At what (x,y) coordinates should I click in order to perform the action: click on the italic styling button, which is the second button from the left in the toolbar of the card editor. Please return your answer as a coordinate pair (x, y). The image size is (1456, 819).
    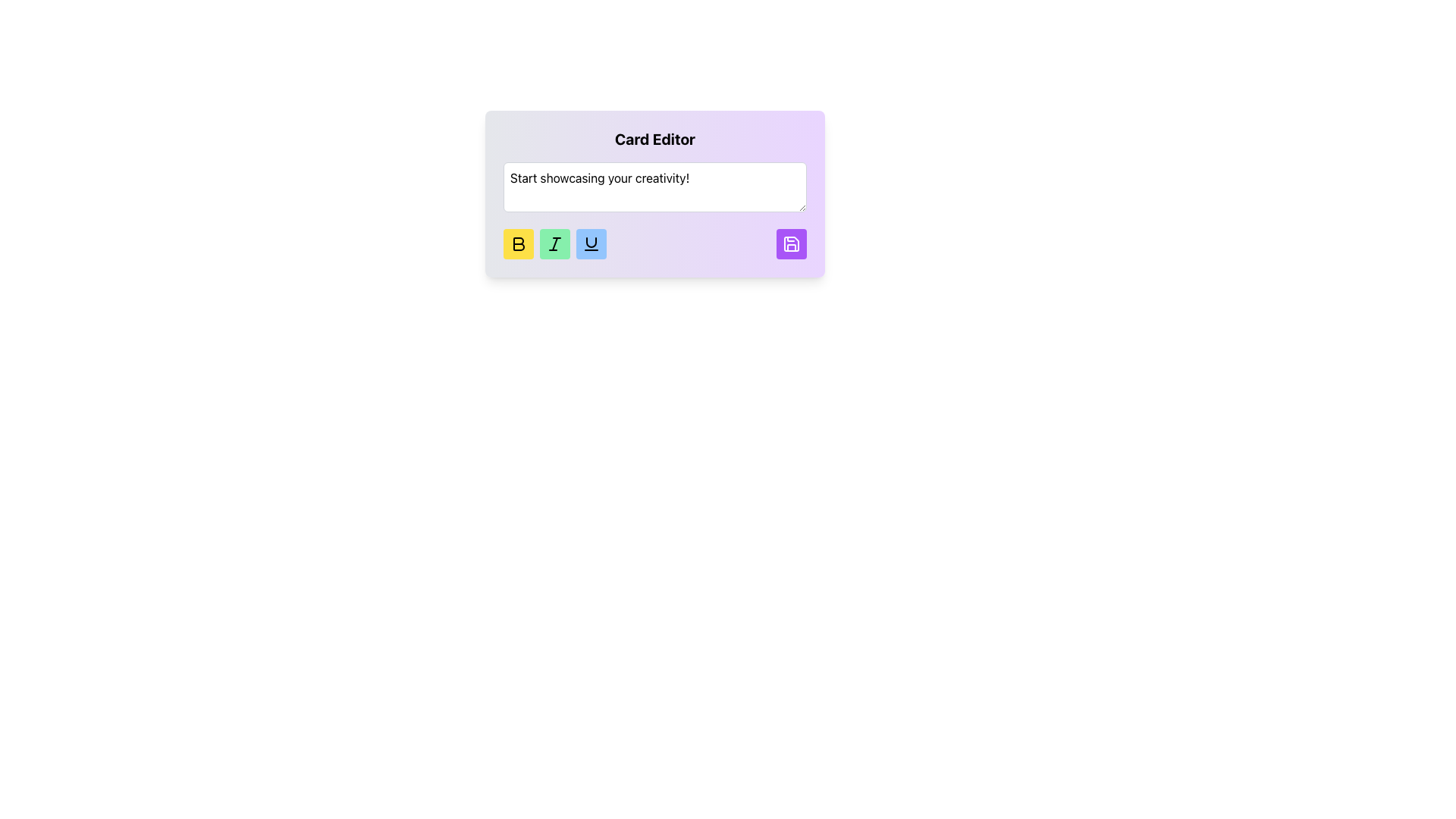
    Looking at the image, I should click on (554, 243).